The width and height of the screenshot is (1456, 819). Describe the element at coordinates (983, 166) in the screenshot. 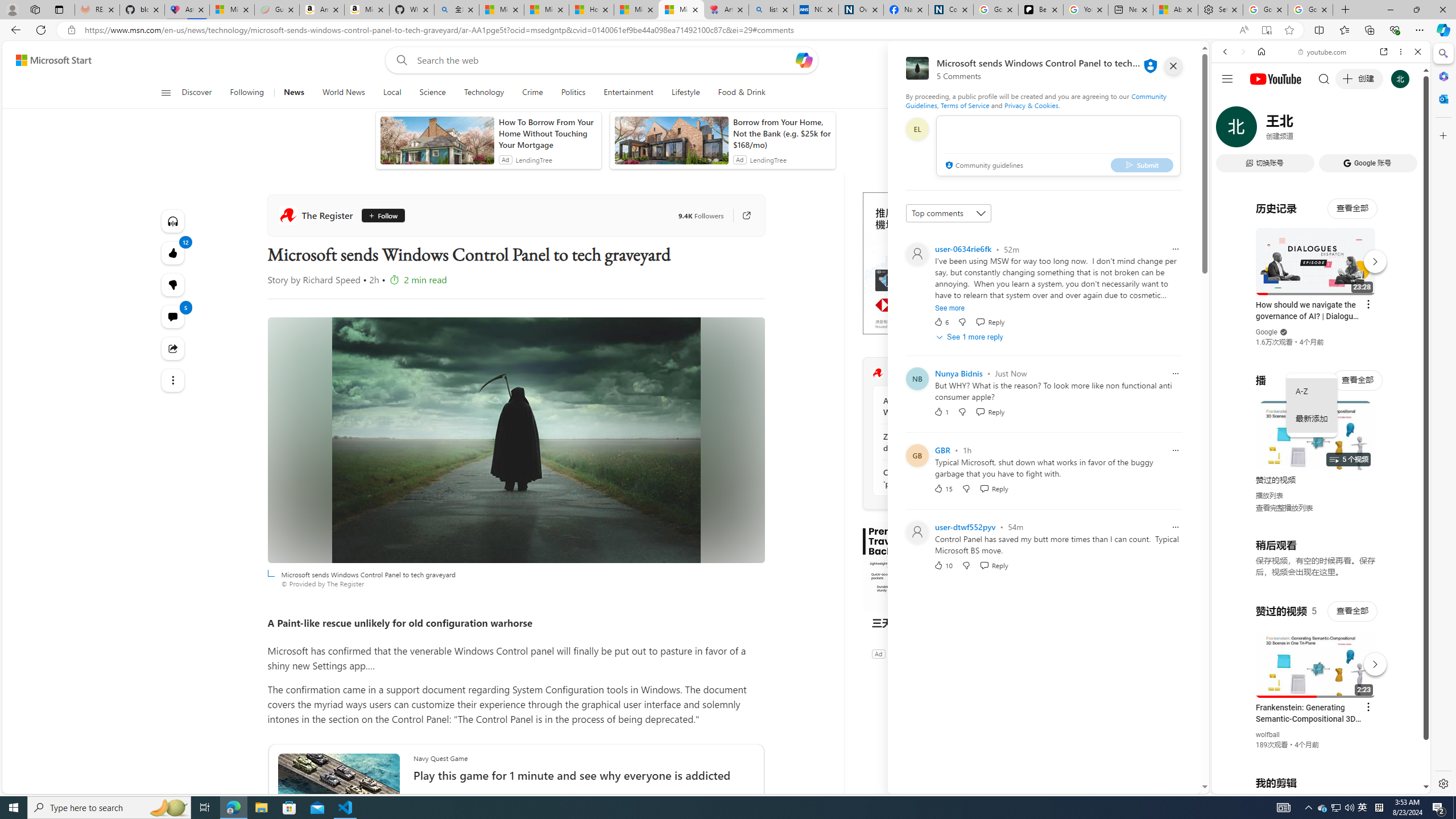

I see `'Community guidelines'` at that location.